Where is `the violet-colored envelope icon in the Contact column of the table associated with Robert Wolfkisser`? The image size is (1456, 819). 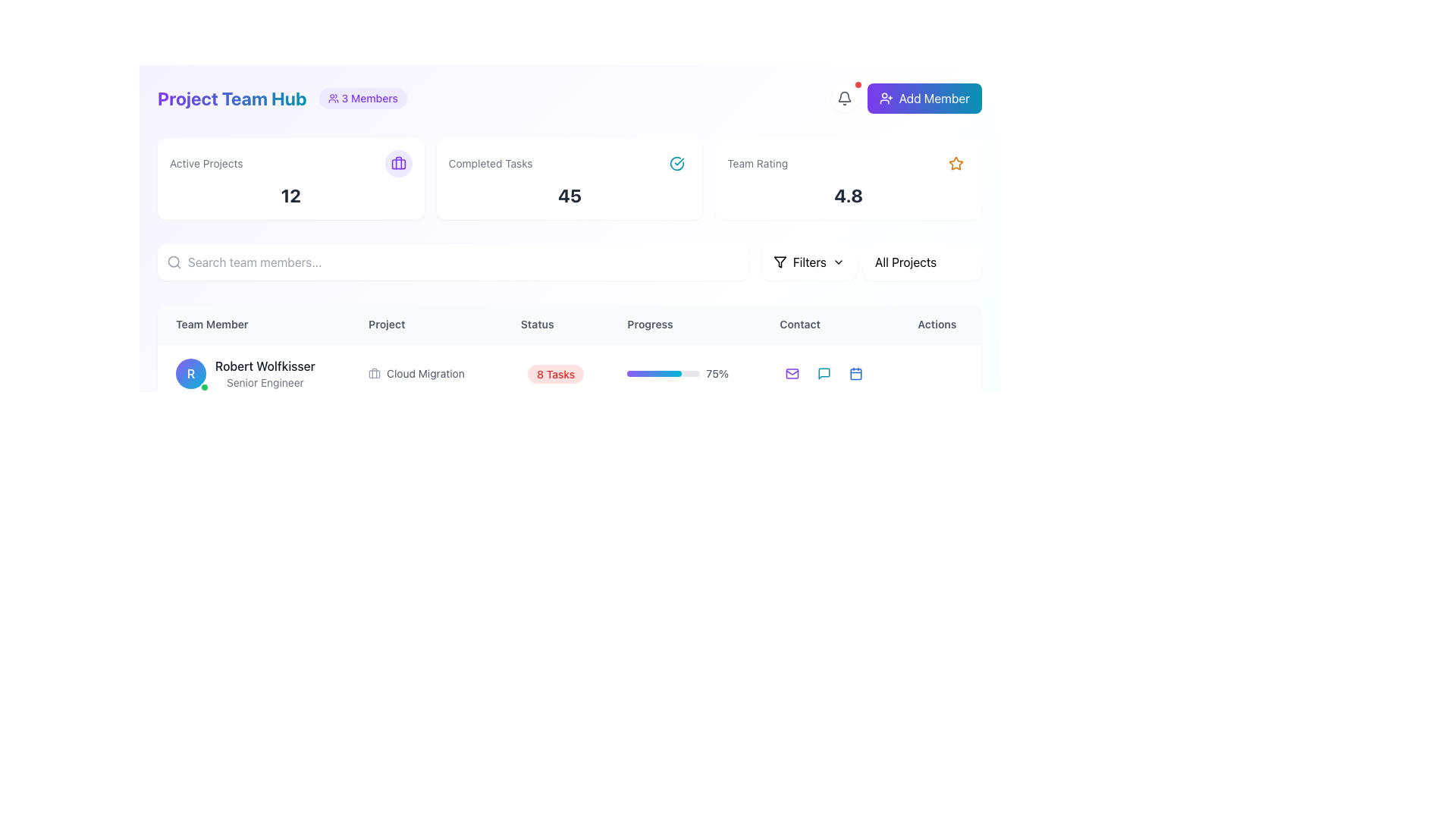 the violet-colored envelope icon in the Contact column of the table associated with Robert Wolfkisser is located at coordinates (792, 374).